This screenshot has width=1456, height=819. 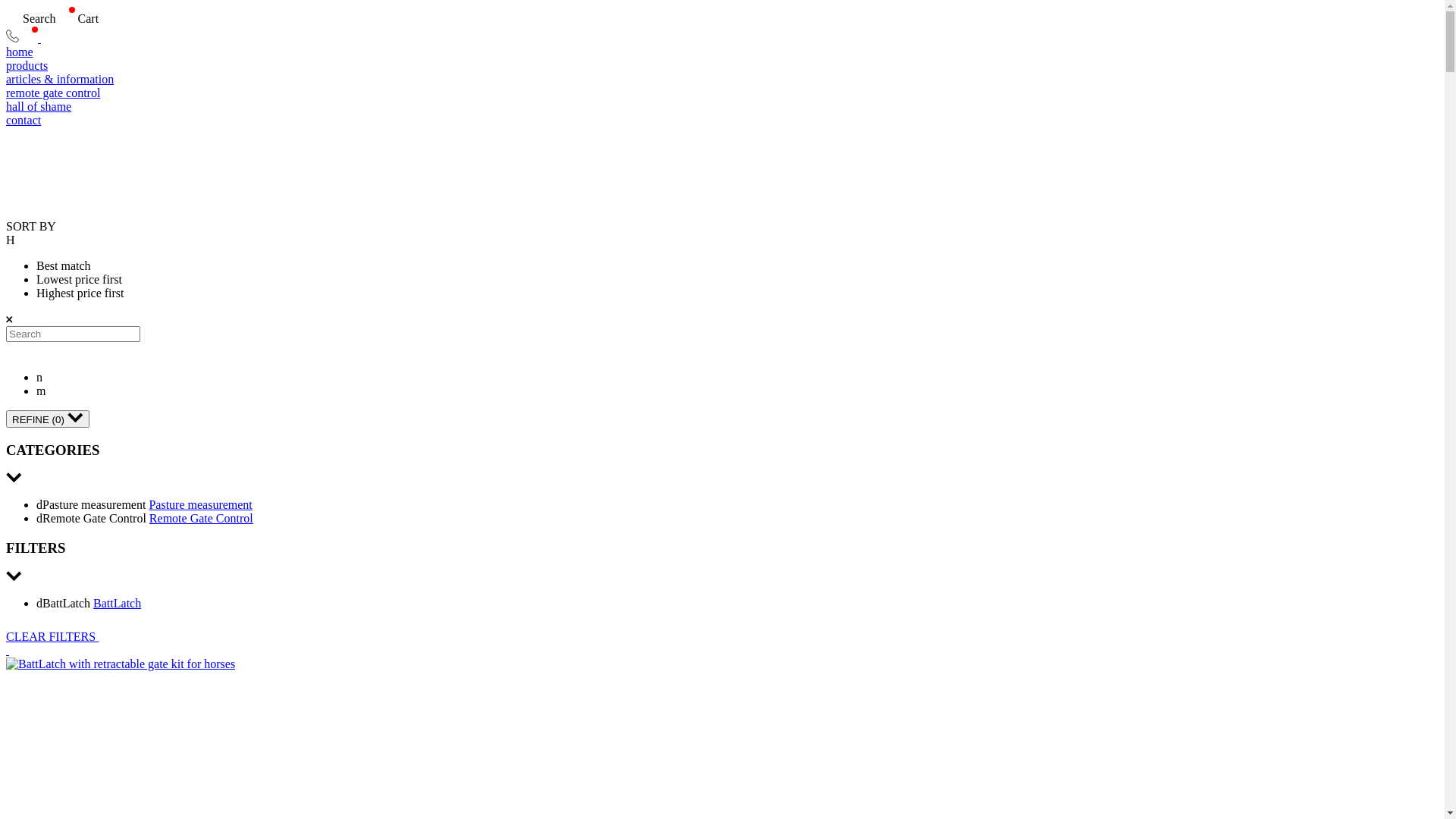 What do you see at coordinates (55, 18) in the screenshot?
I see `'Cart'` at bounding box center [55, 18].